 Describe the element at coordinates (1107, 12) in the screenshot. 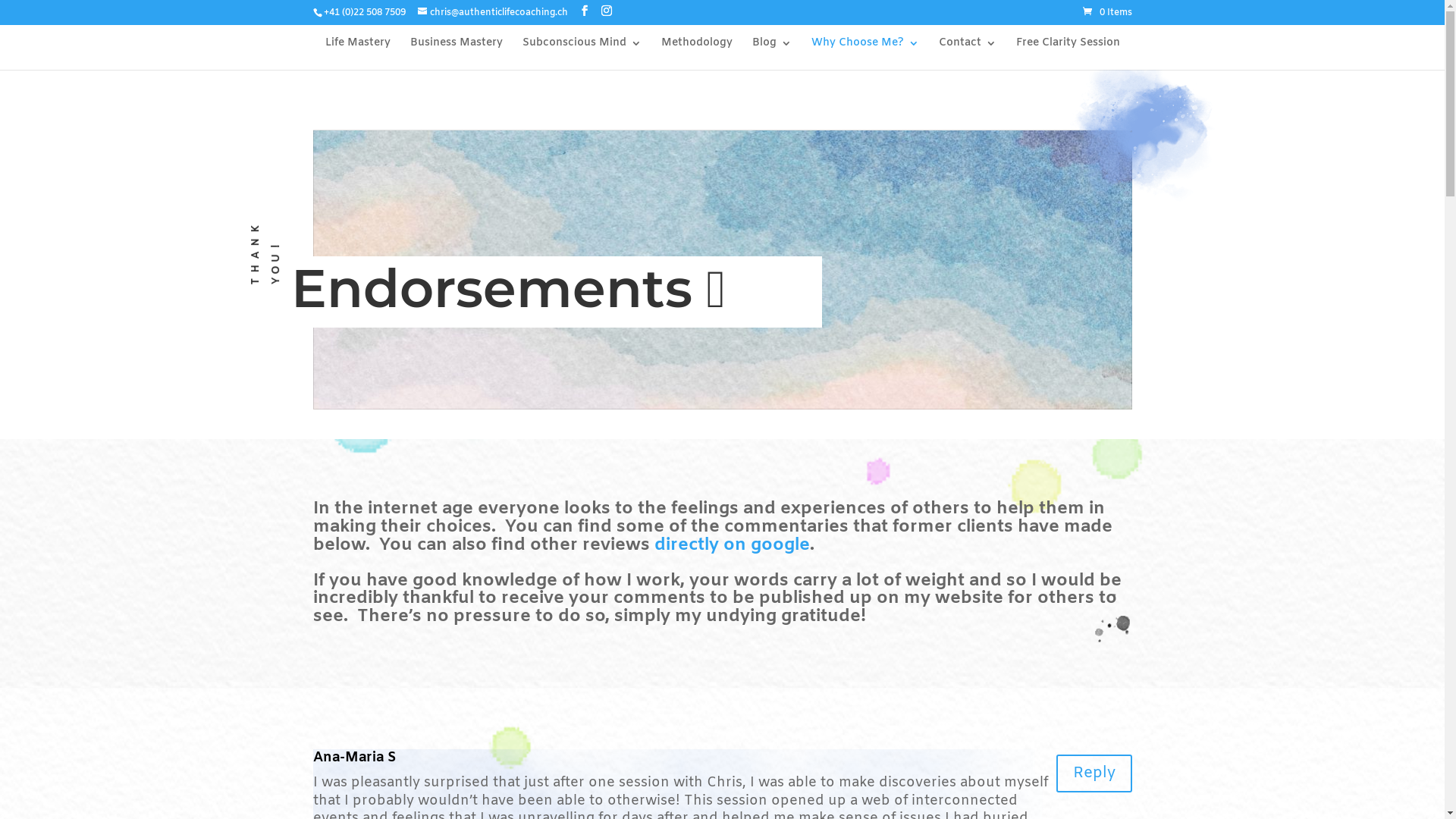

I see `'0 Items'` at that location.